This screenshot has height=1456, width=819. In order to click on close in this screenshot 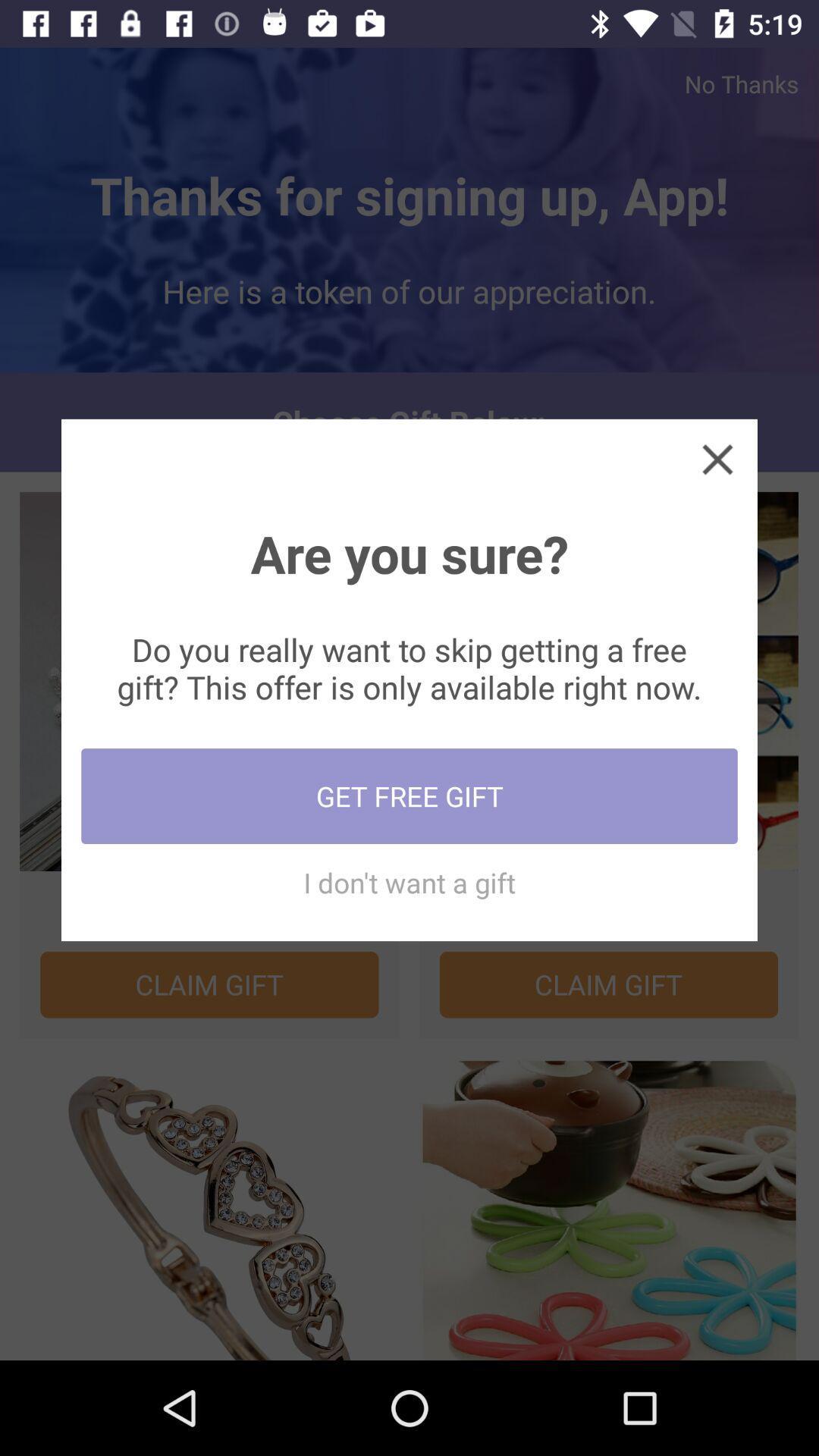, I will do `click(717, 458)`.